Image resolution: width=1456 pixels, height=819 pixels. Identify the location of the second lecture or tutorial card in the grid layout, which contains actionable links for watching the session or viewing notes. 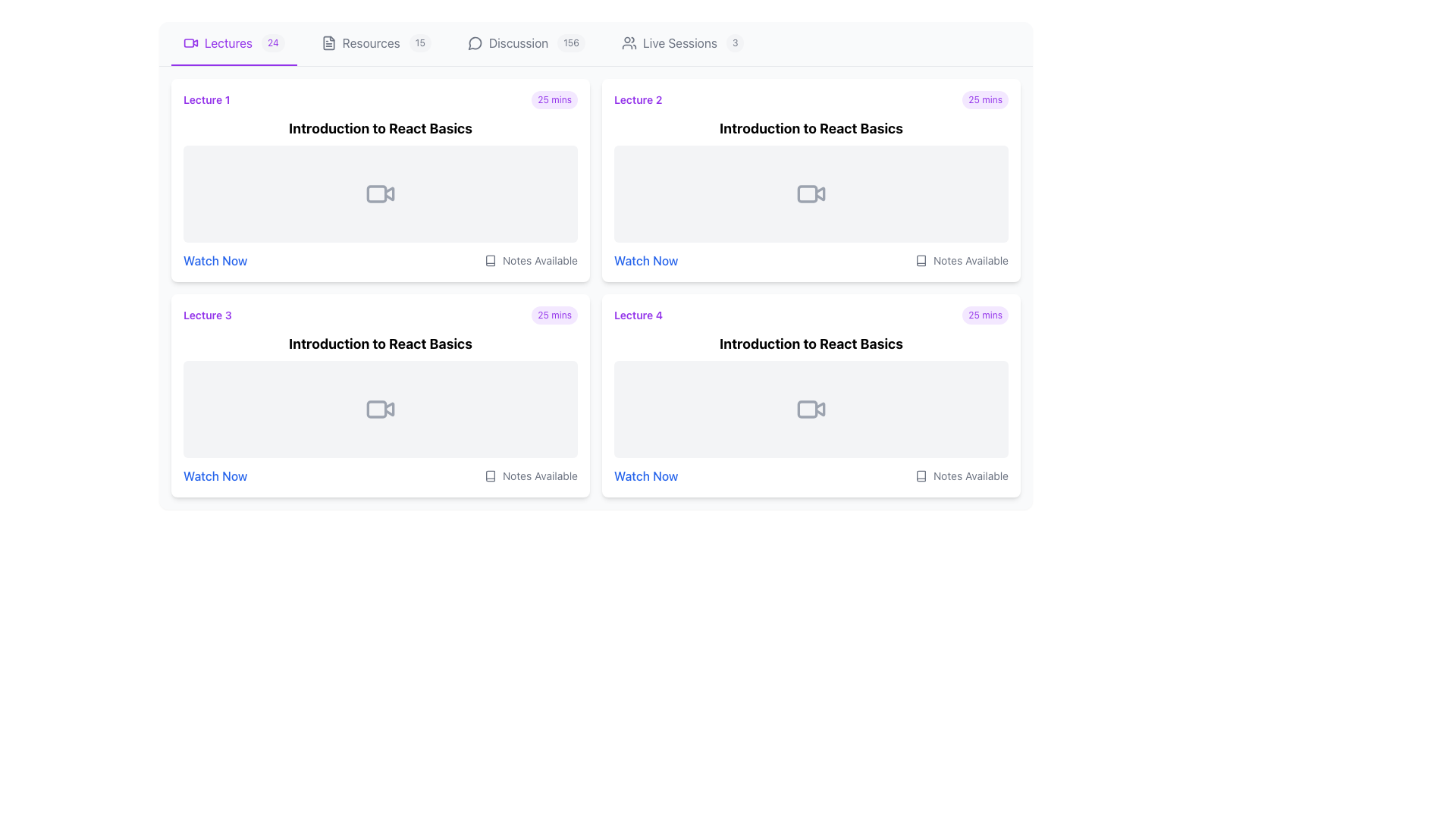
(811, 180).